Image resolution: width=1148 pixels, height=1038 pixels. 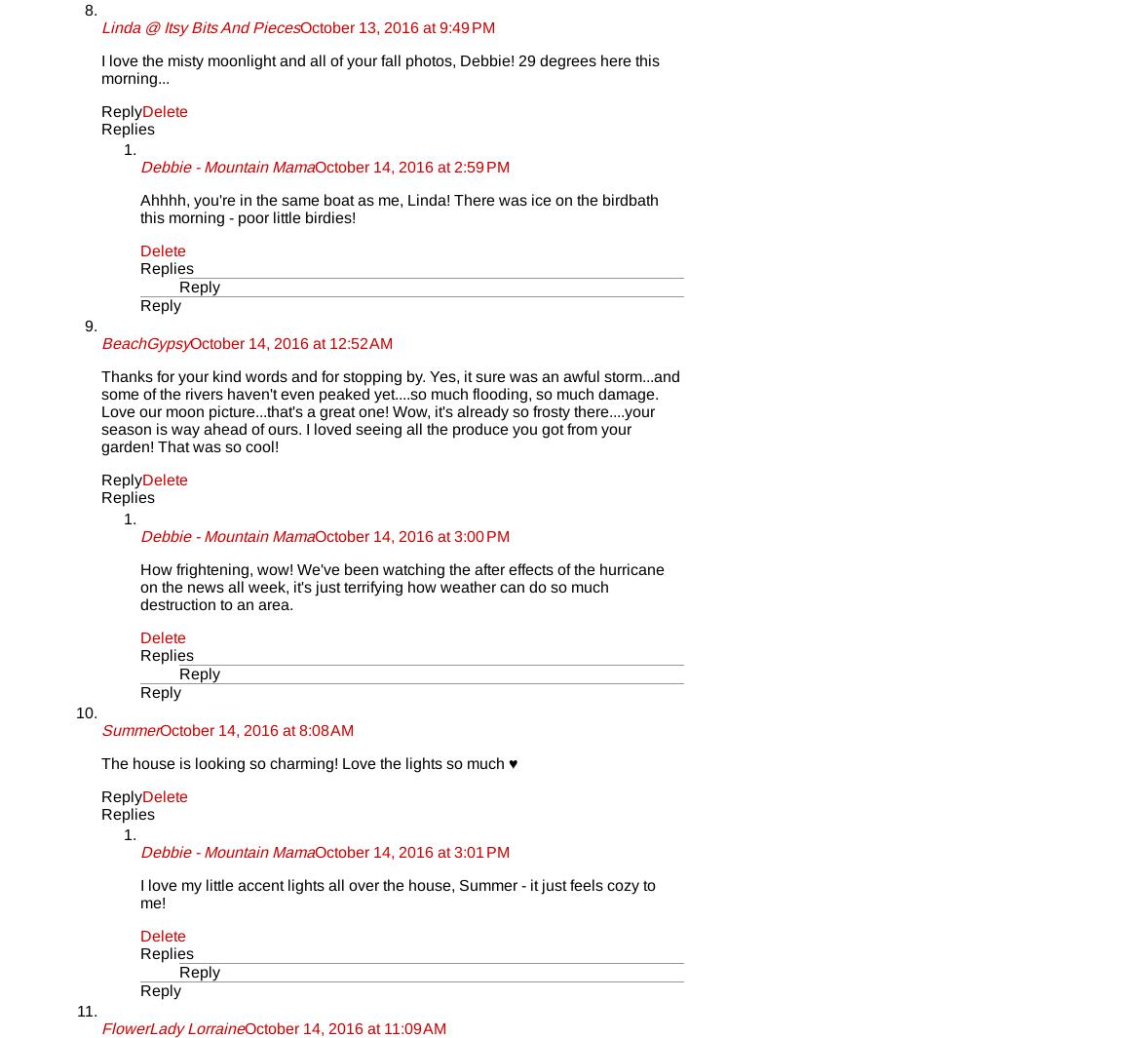 I want to click on 'October 14, 2016 at 11:09 AM', so click(x=345, y=1028).